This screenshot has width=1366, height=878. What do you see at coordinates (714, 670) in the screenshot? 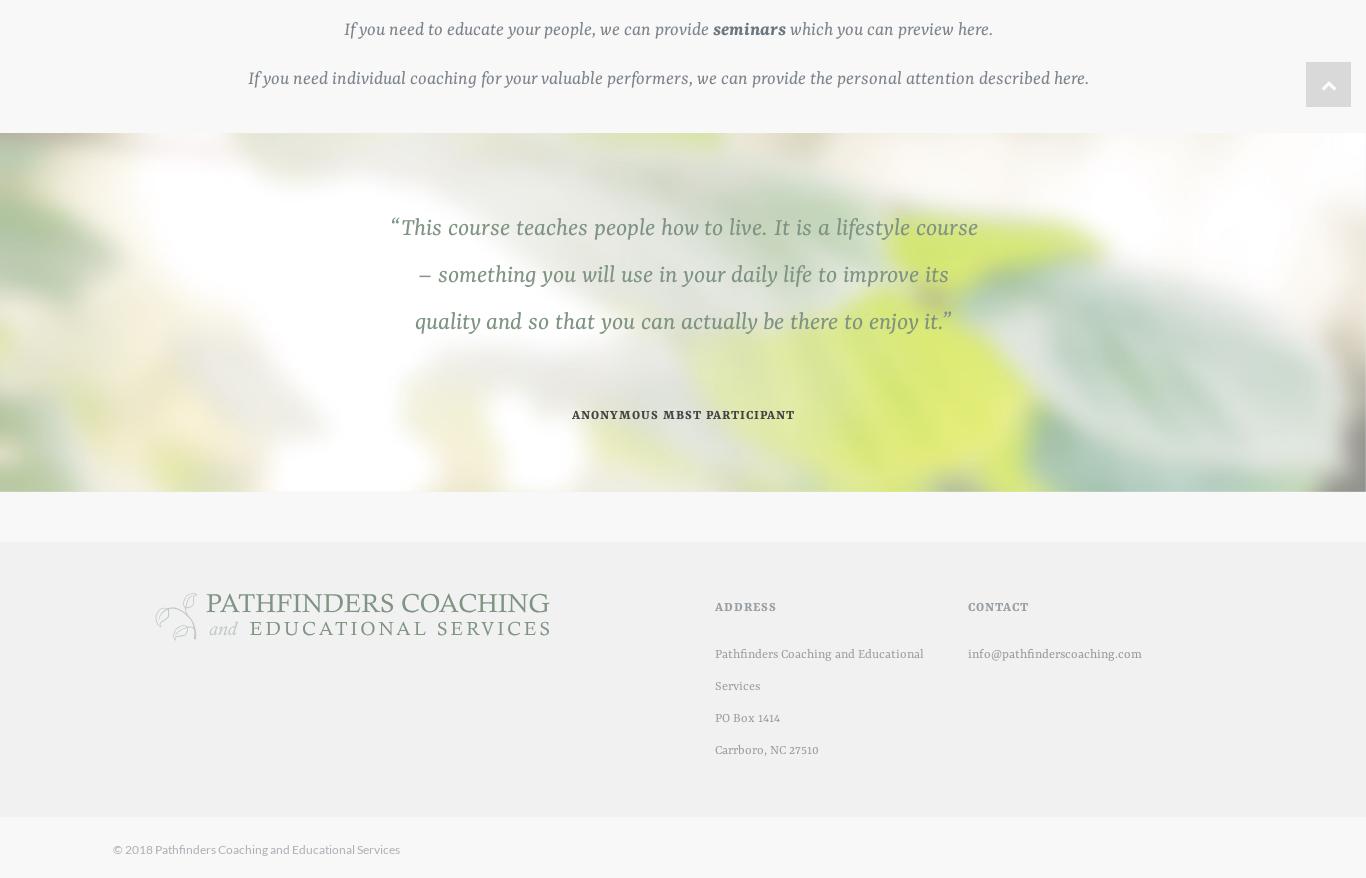
I see `'Pathfinders Coaching and Educational Services'` at bounding box center [714, 670].